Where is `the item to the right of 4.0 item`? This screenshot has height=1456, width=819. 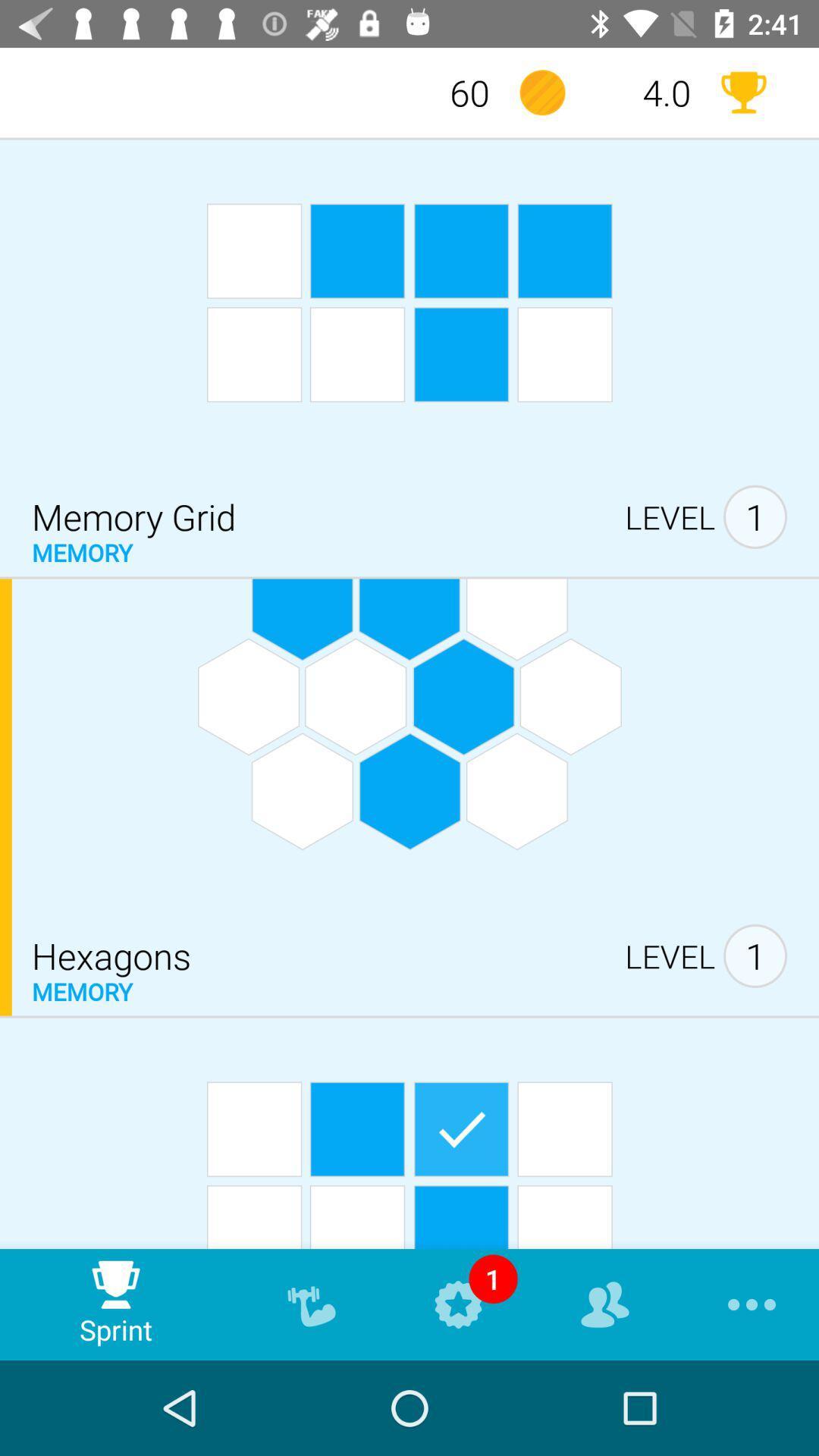
the item to the right of 4.0 item is located at coordinates (742, 92).